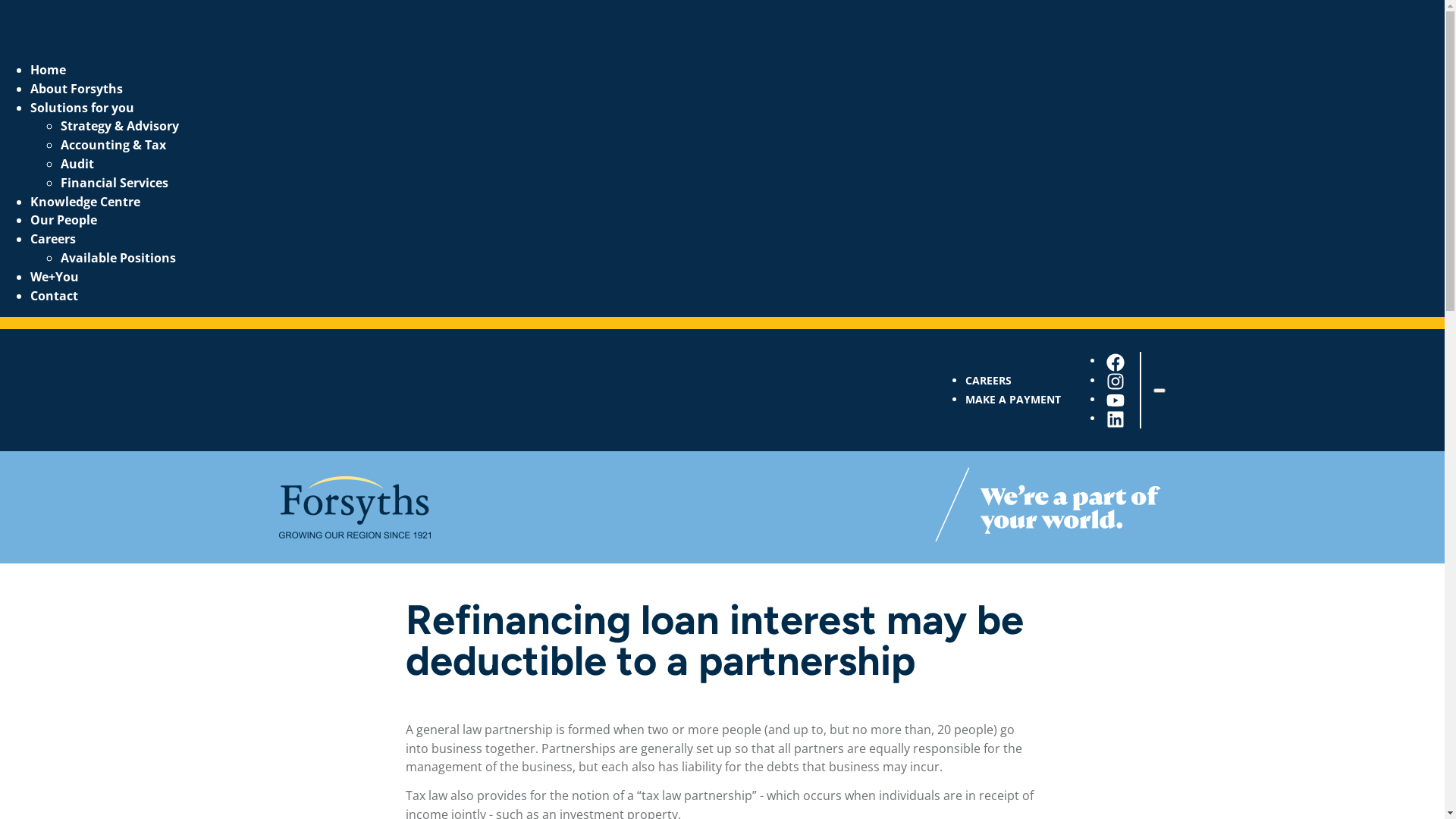 Image resolution: width=1456 pixels, height=819 pixels. What do you see at coordinates (54, 295) in the screenshot?
I see `'Contact'` at bounding box center [54, 295].